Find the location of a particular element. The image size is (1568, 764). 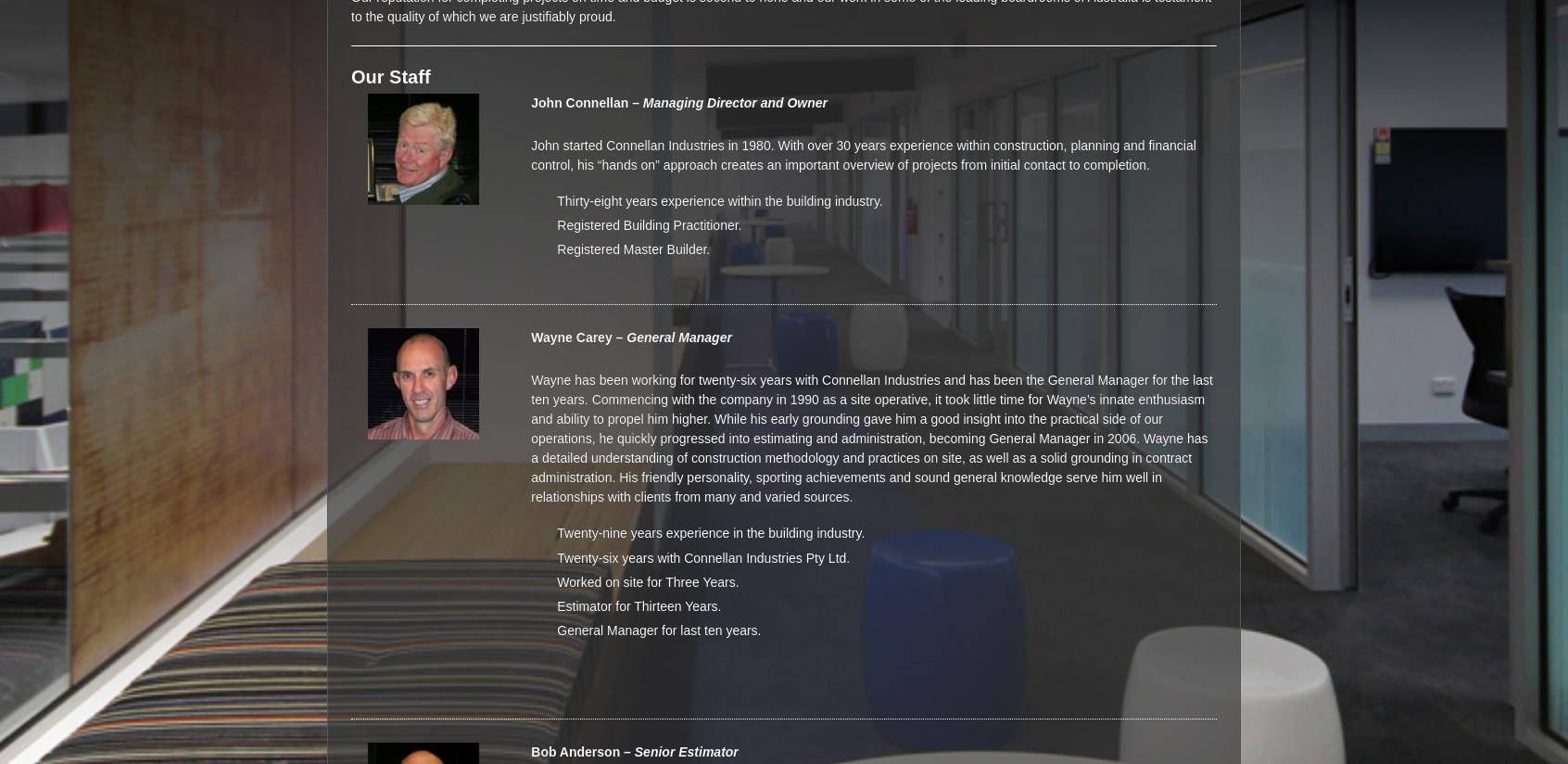

'General Manager for last ten years.' is located at coordinates (657, 630).